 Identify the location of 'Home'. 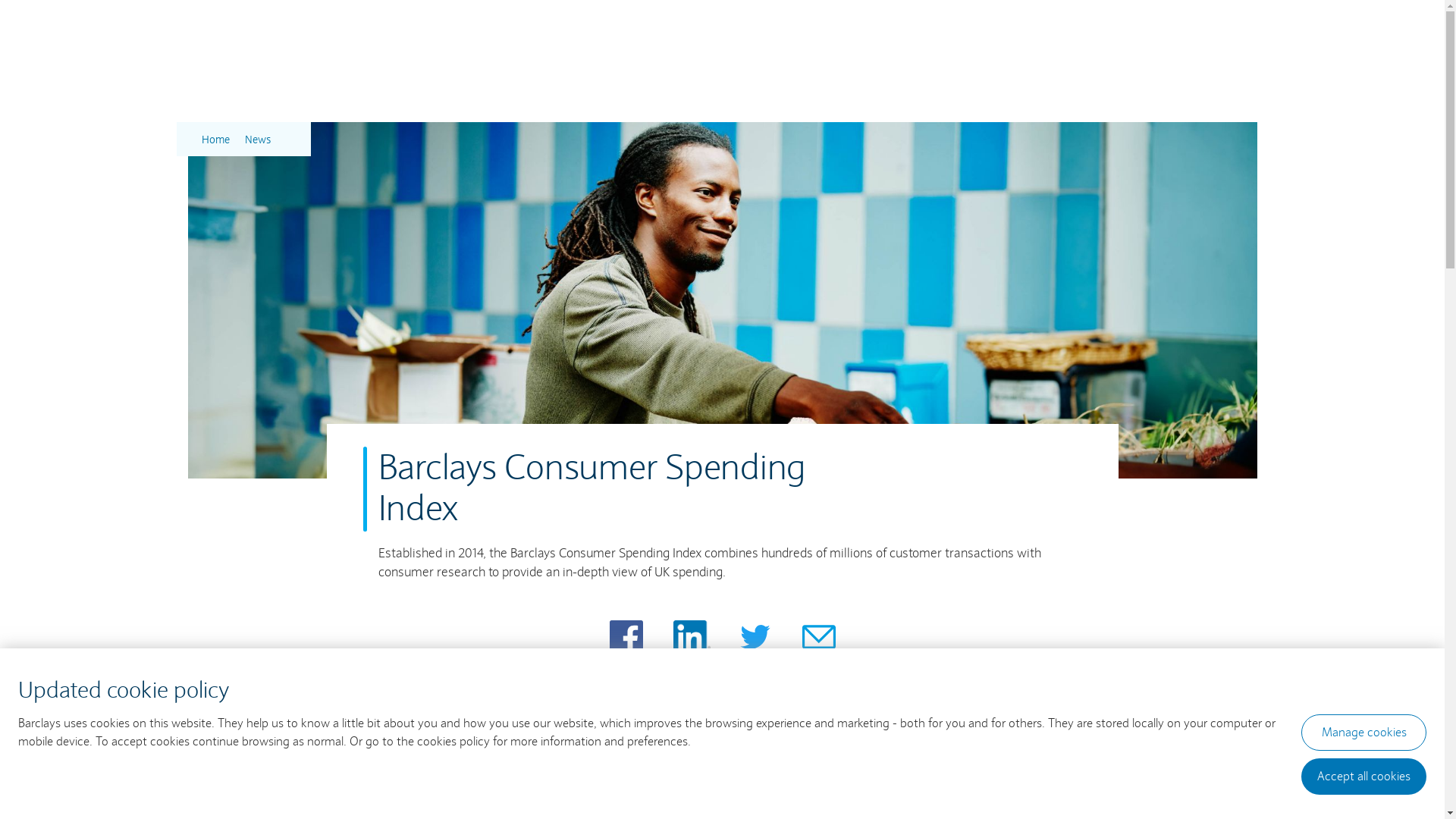
(200, 139).